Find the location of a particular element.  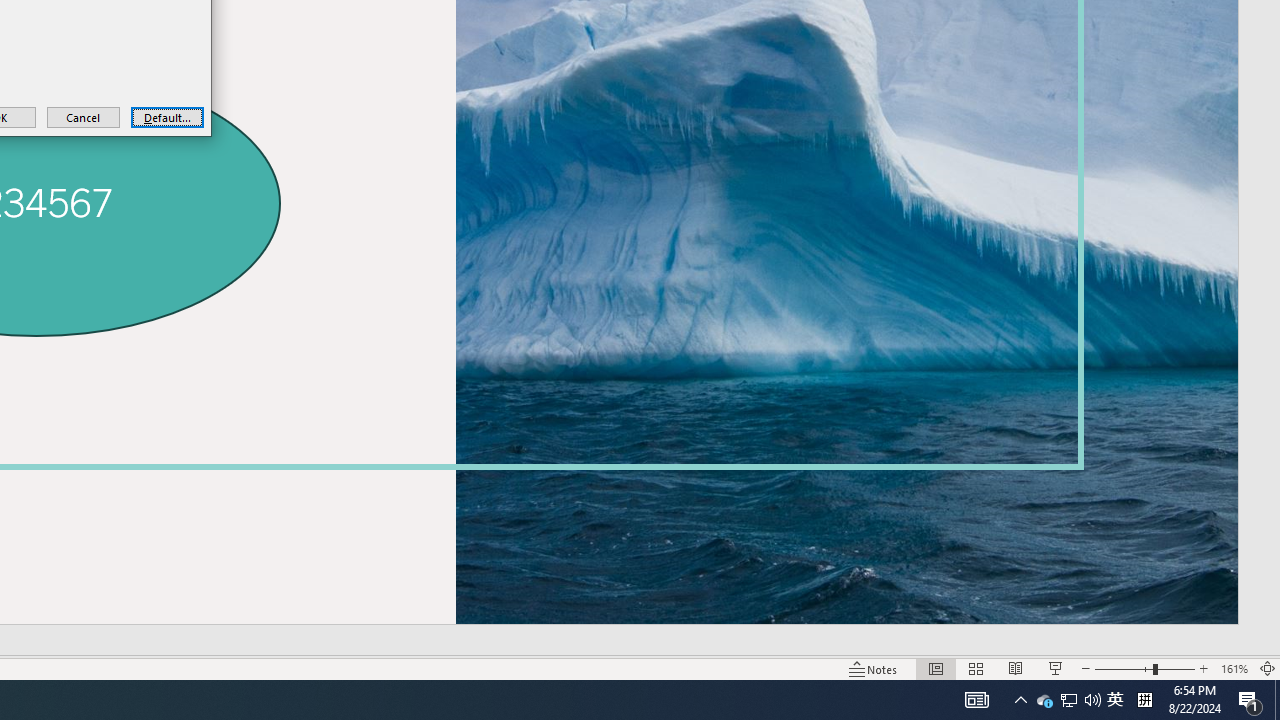

'Cancel' is located at coordinates (82, 117).